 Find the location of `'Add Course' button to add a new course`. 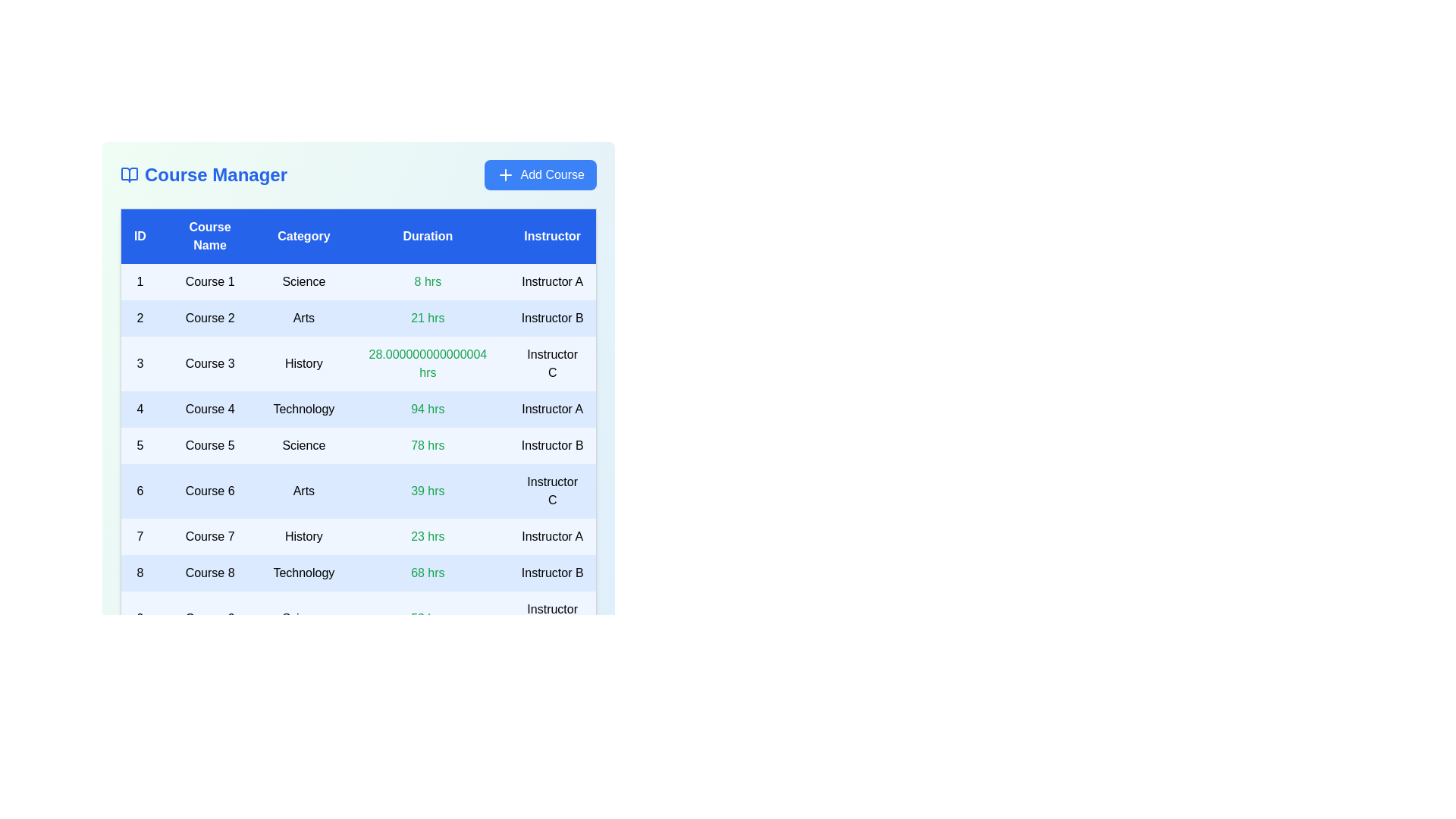

'Add Course' button to add a new course is located at coordinates (540, 174).